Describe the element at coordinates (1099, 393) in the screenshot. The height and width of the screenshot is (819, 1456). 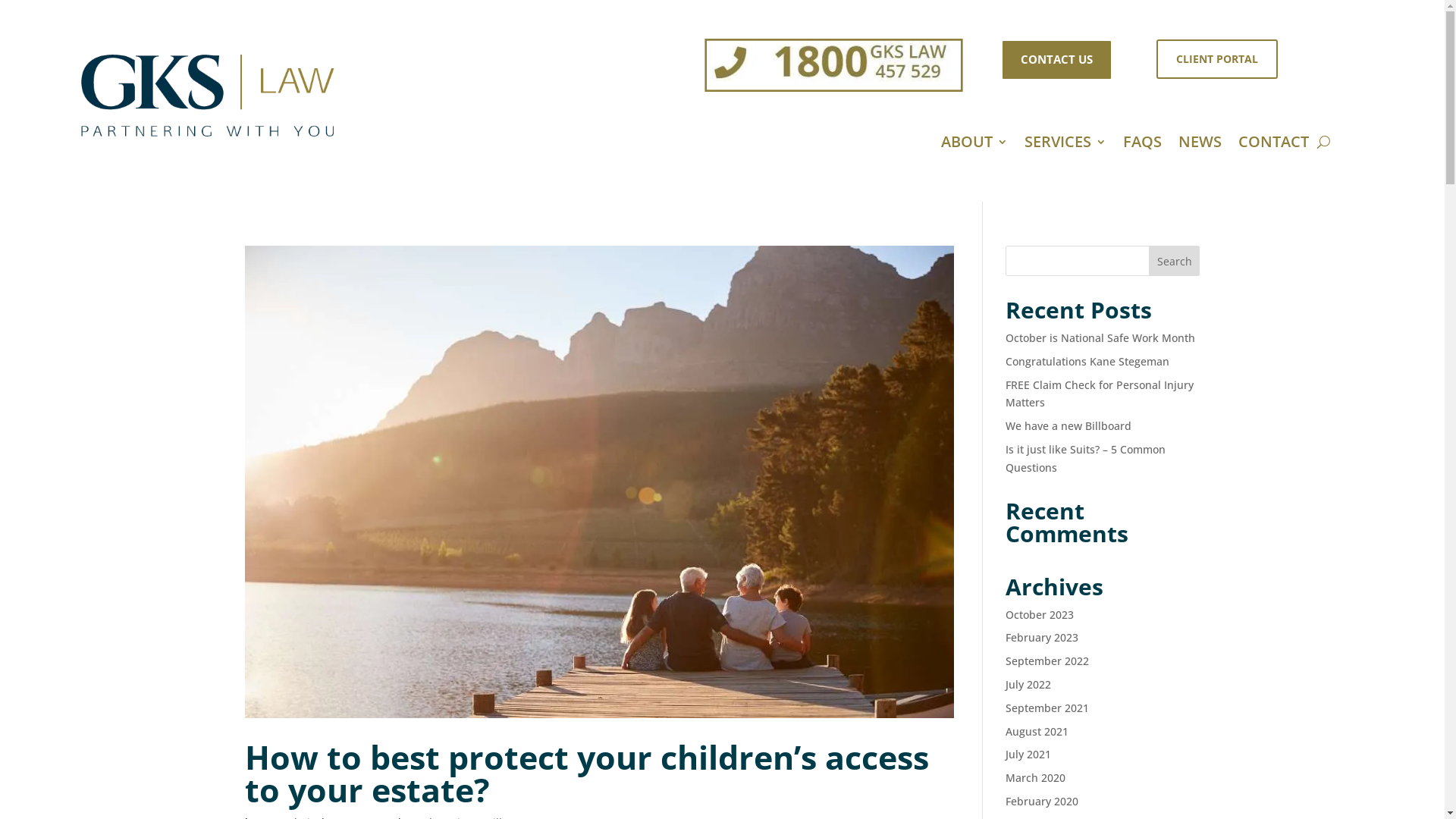
I see `'FREE Claim Check for Personal Injury Matters'` at that location.